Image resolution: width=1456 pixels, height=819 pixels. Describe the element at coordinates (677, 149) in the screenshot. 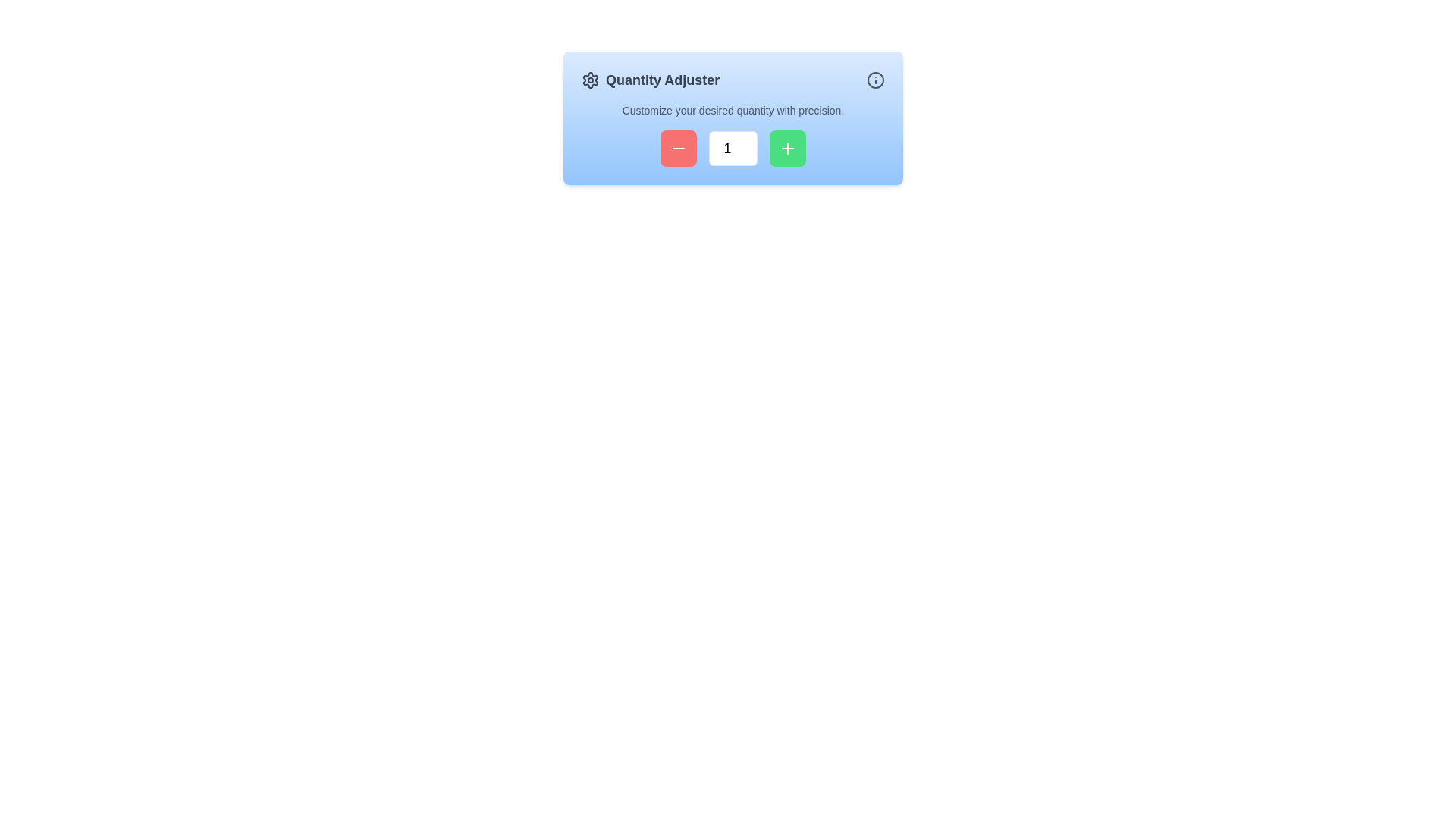

I see `the button that decreases the numeric value in the adjacent text input field, located to the left of the numeric input field and to the right of a green styled button` at that location.